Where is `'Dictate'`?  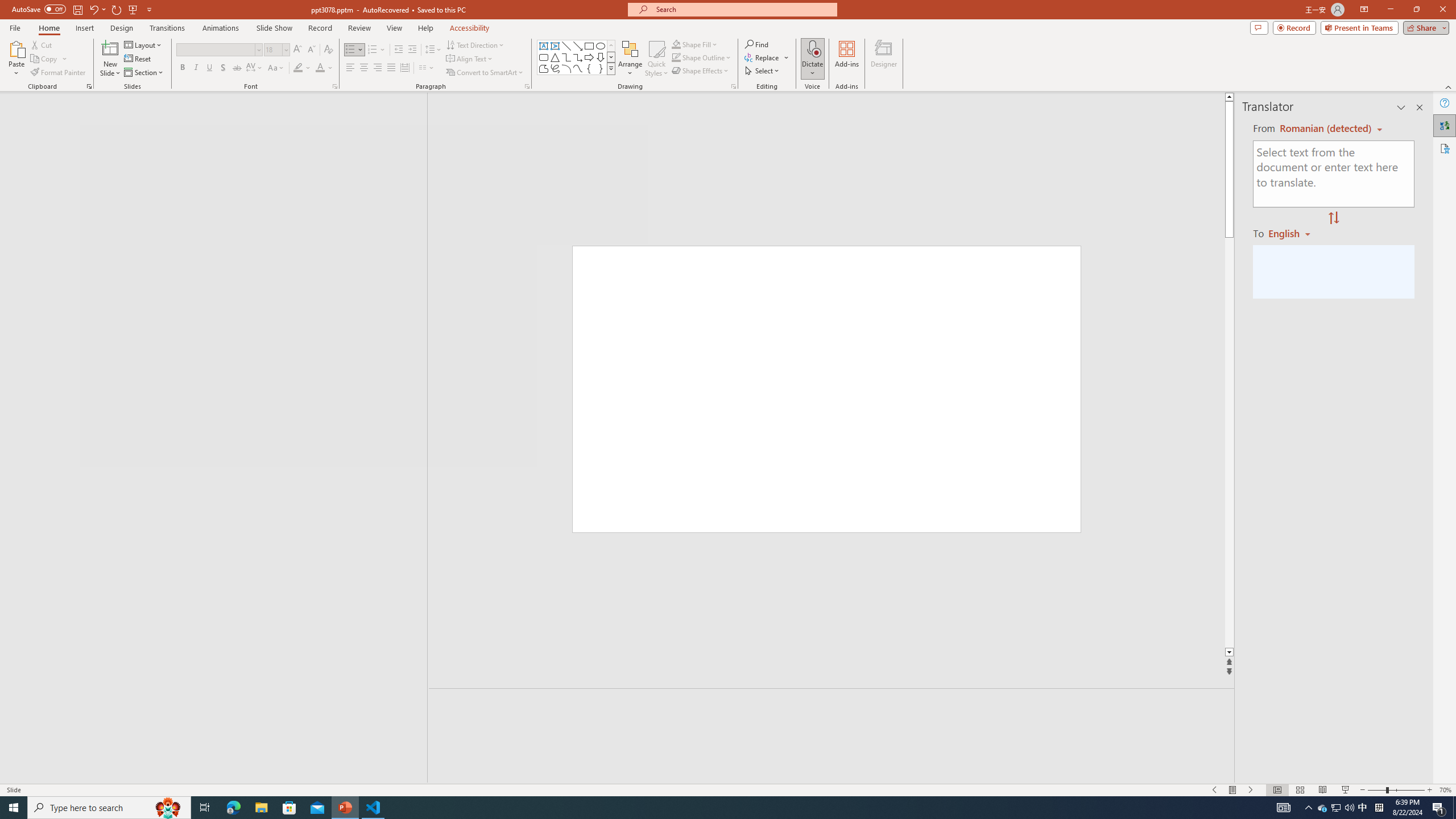
'Dictate' is located at coordinates (812, 48).